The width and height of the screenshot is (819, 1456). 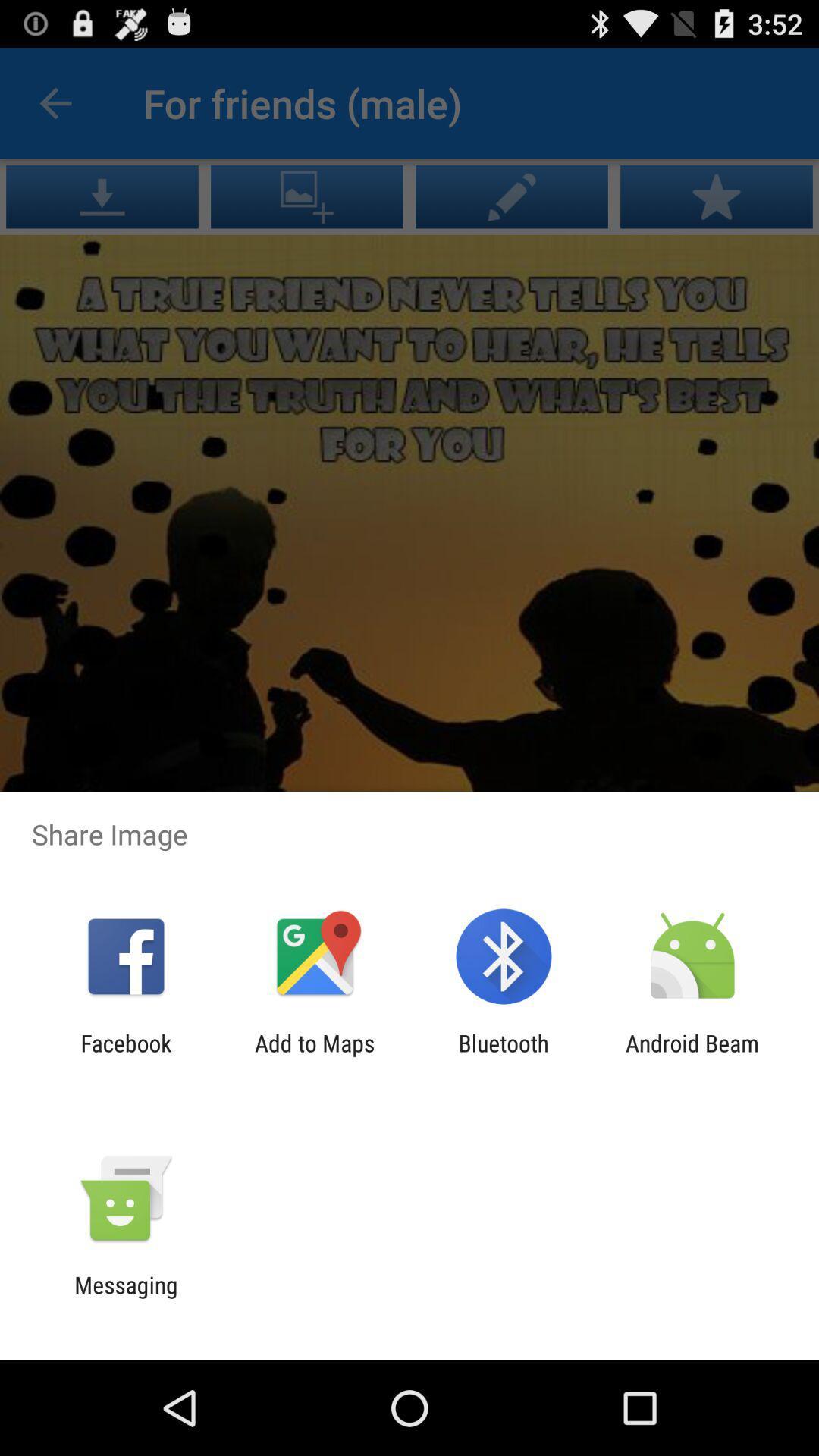 What do you see at coordinates (504, 1056) in the screenshot?
I see `the item to the left of the android beam` at bounding box center [504, 1056].